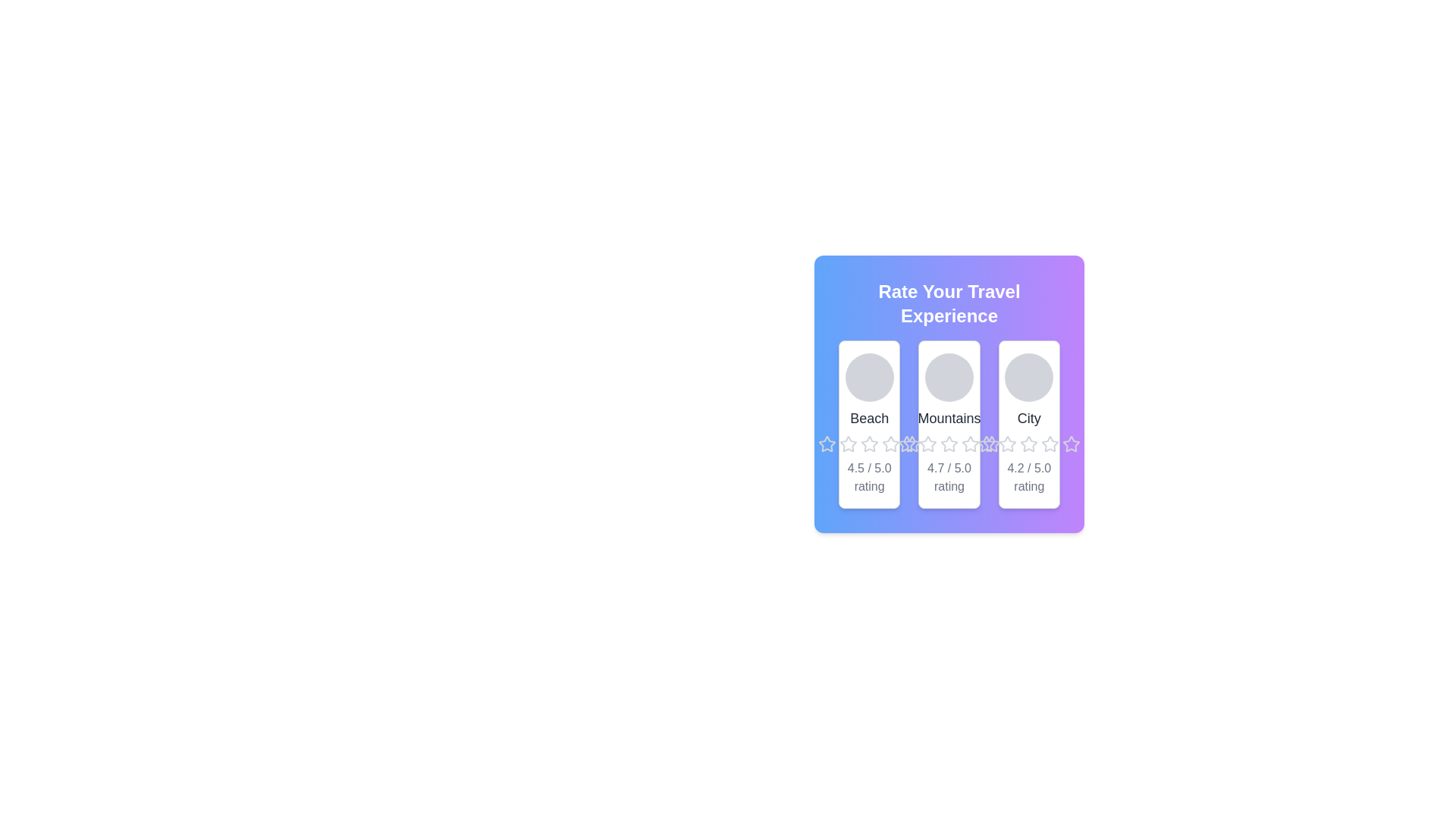  I want to click on numeric rating score from the text label located at the bottom center of the 'City' card, which is beneath the star rating icons, so click(1029, 476).